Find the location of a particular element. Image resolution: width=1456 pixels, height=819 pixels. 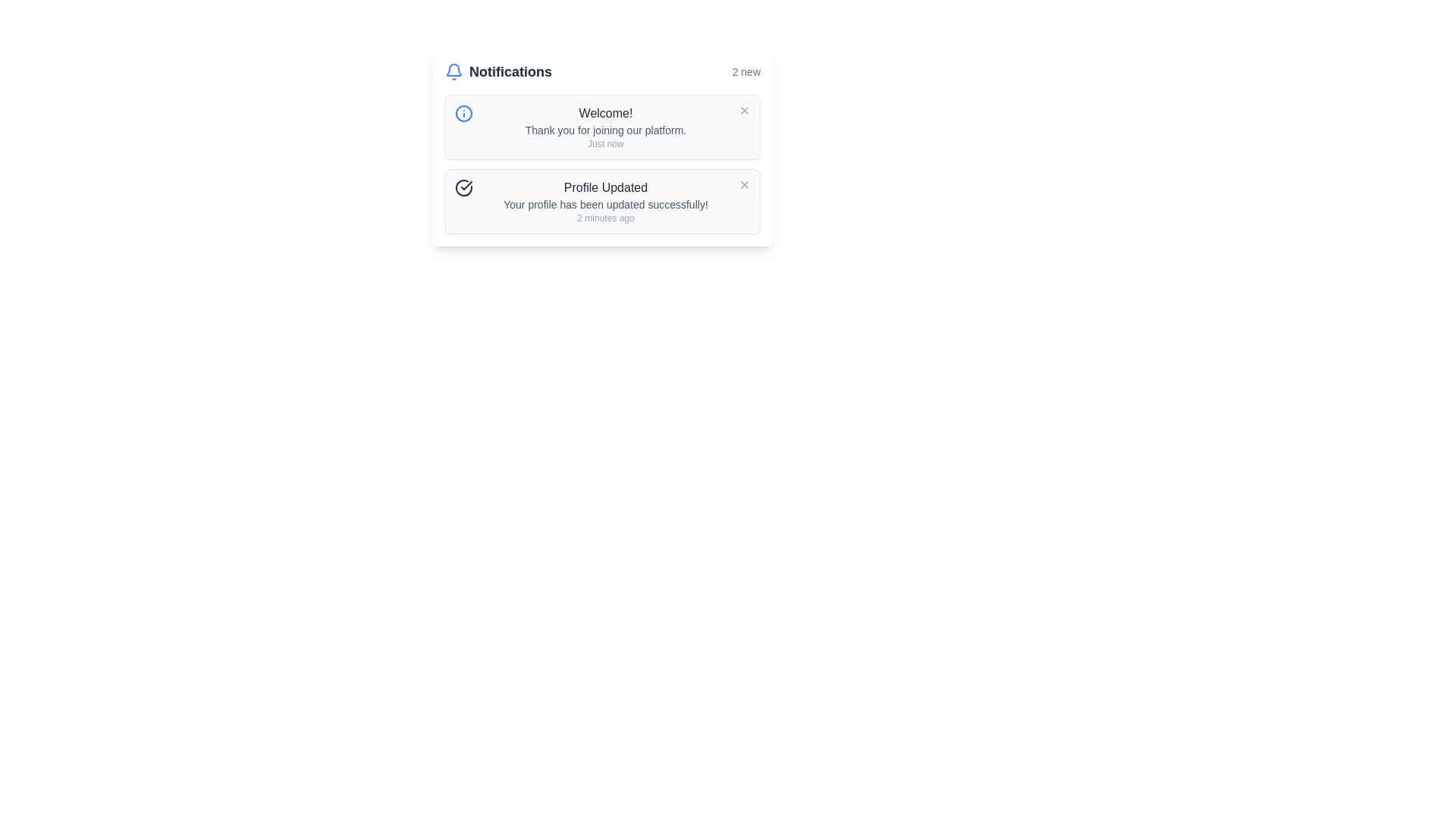

assistive technology is located at coordinates (604, 127).